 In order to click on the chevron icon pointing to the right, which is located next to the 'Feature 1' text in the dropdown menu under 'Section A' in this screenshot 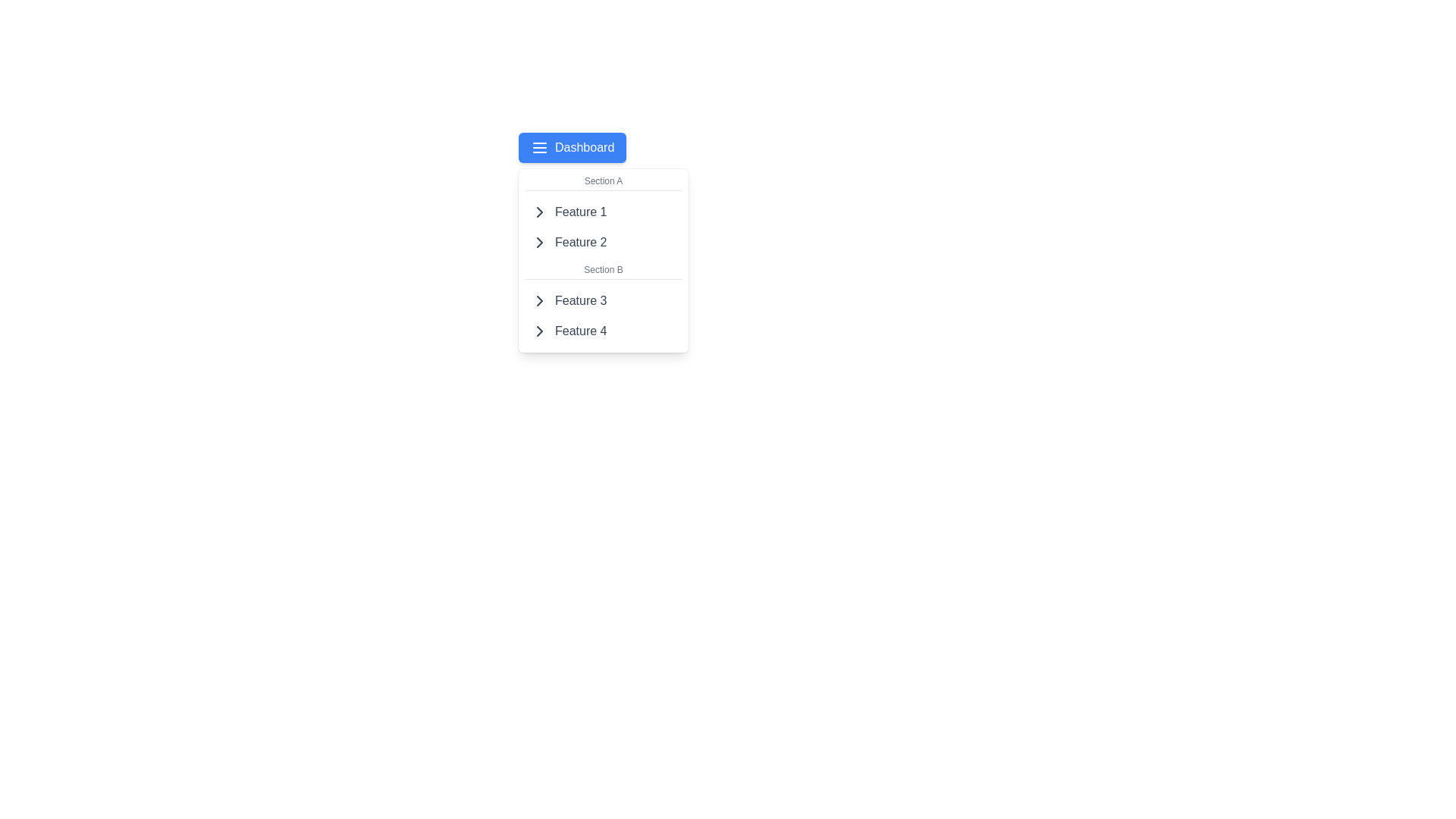, I will do `click(539, 212)`.